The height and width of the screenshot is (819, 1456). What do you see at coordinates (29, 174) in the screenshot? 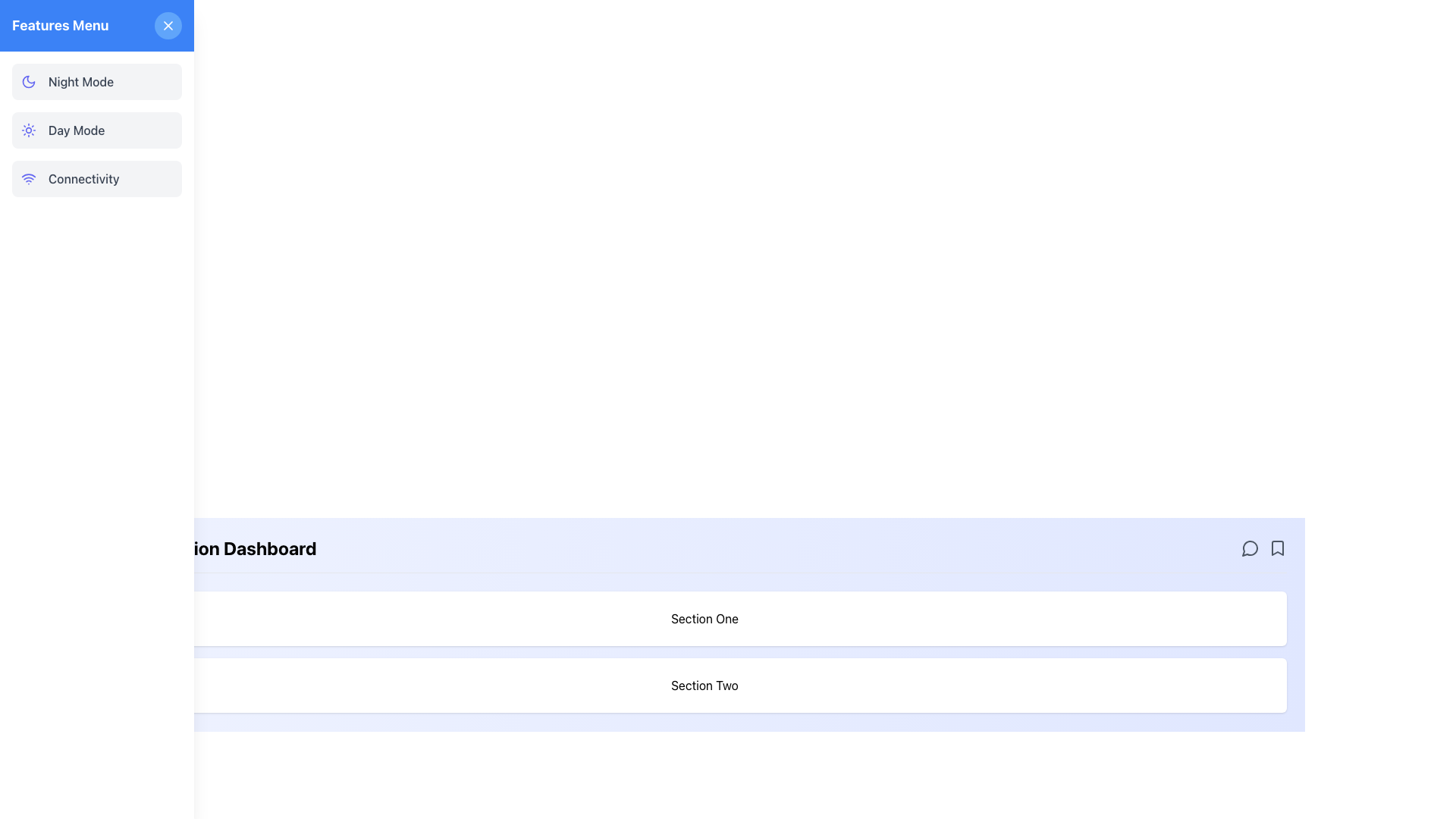
I see `the second layer of the Wi-Fi icon located in the bottom section of the navigation menu` at bounding box center [29, 174].